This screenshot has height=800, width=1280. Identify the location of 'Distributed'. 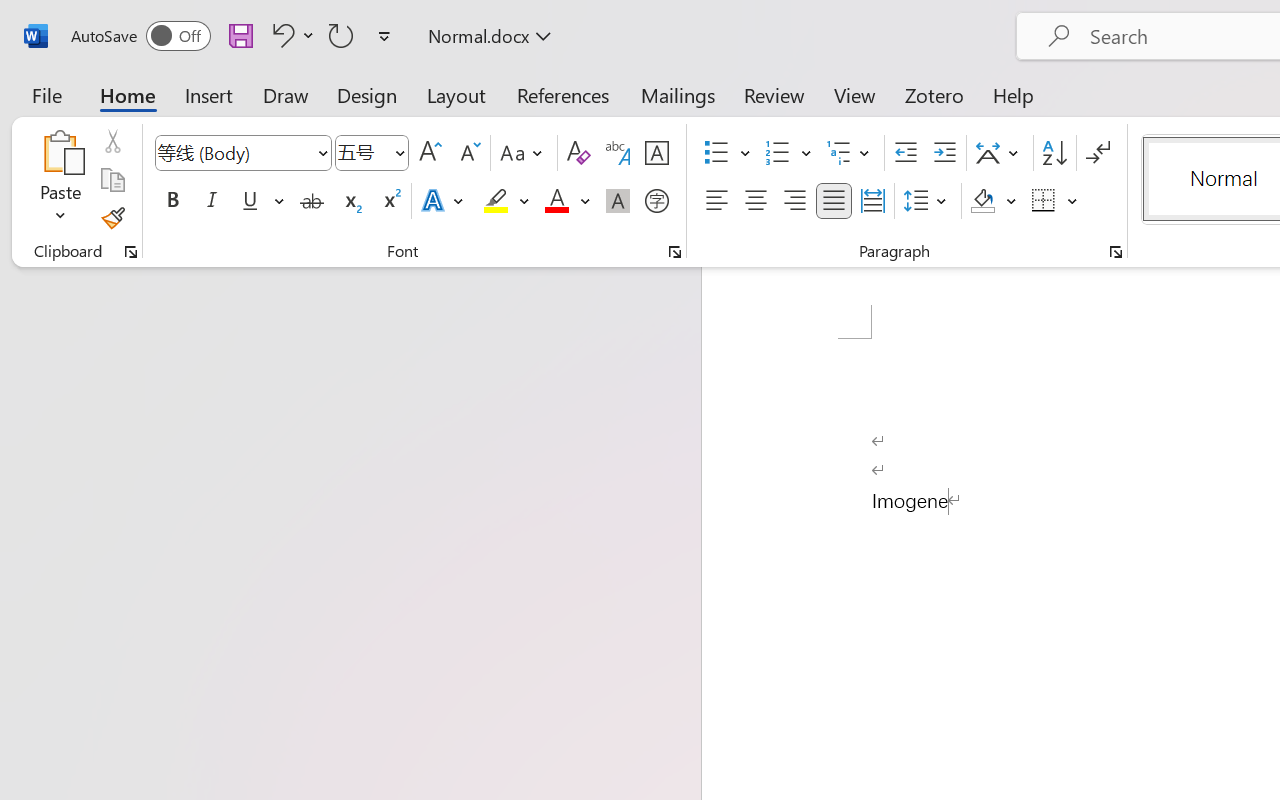
(872, 201).